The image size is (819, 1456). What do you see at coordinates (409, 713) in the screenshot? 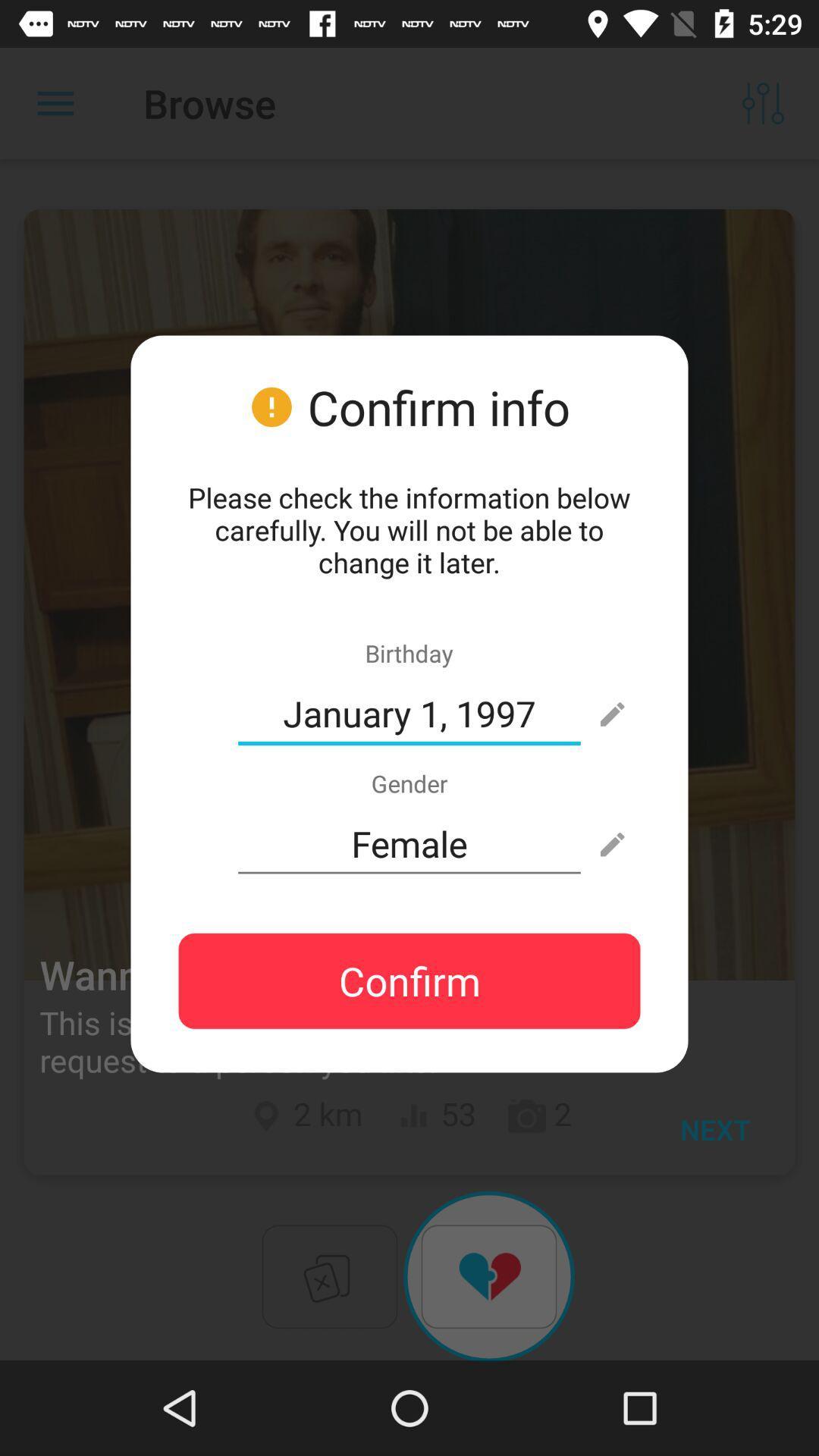
I see `item above gender item` at bounding box center [409, 713].